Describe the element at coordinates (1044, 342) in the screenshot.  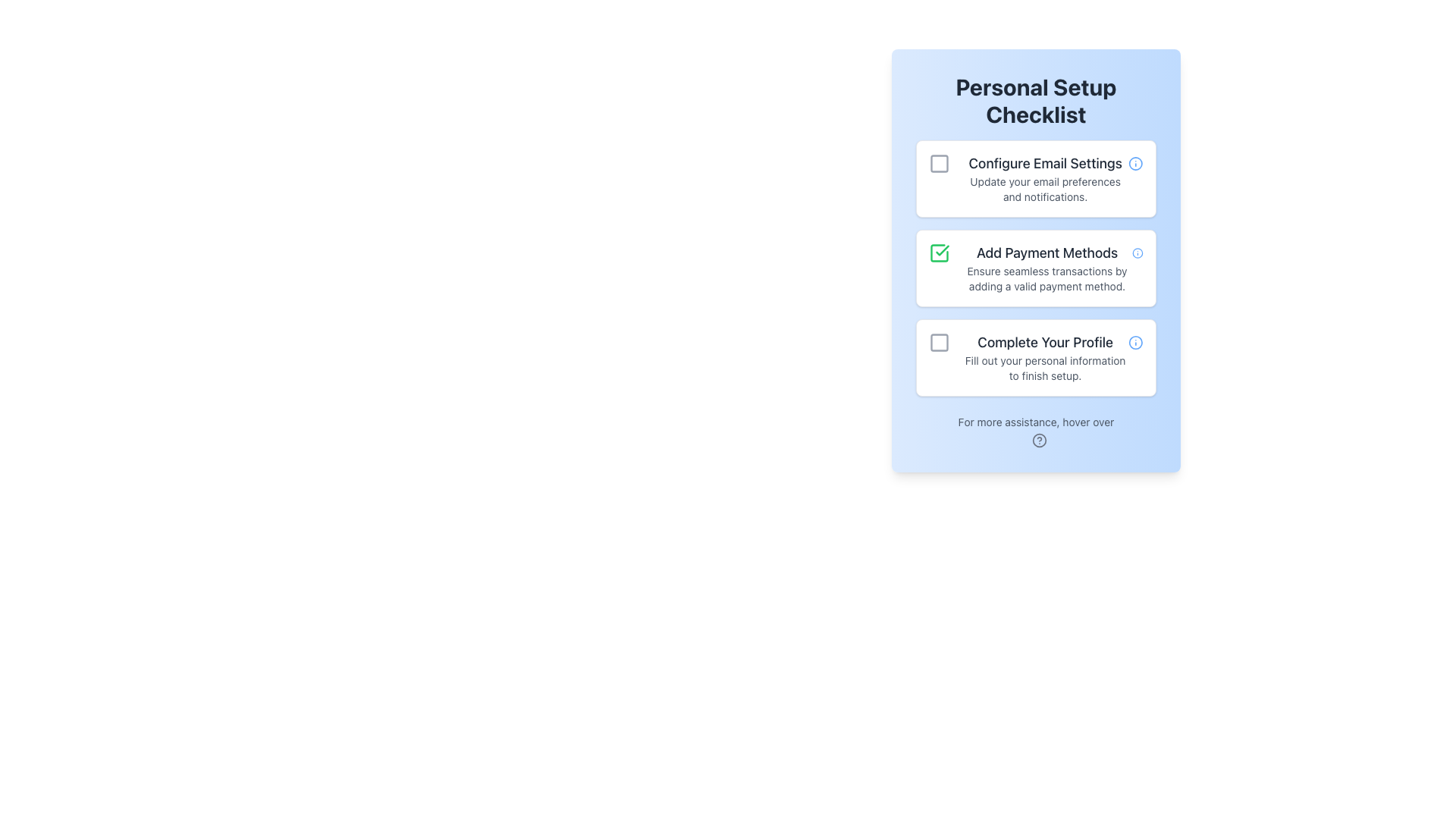
I see `the title text 'Complete Your Profile', which is styled with a large bold font and dark gray color, located above a description text and to the right of a checkbox in the third checklist item` at that location.